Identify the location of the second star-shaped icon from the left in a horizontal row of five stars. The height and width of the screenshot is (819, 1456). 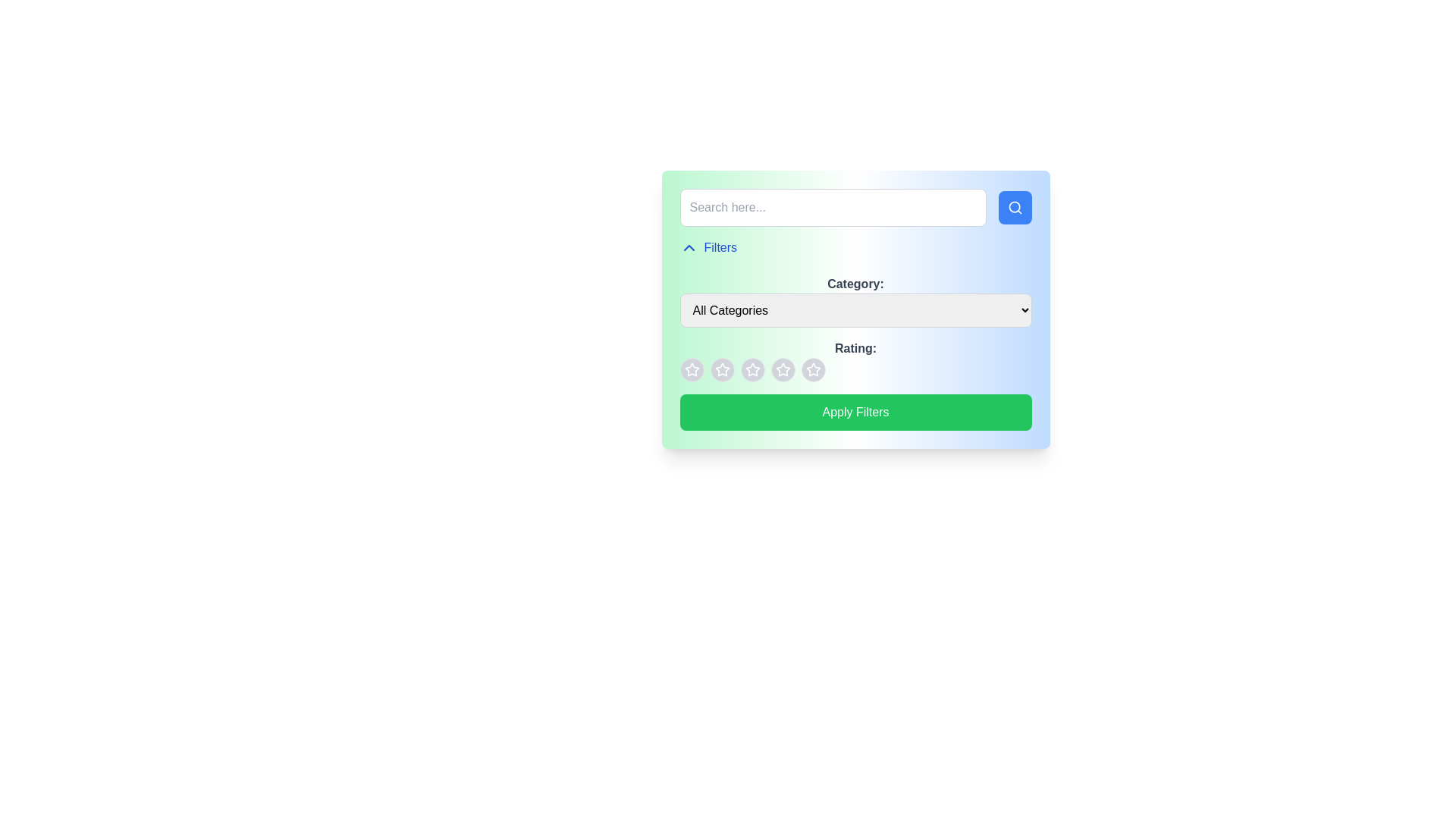
(752, 370).